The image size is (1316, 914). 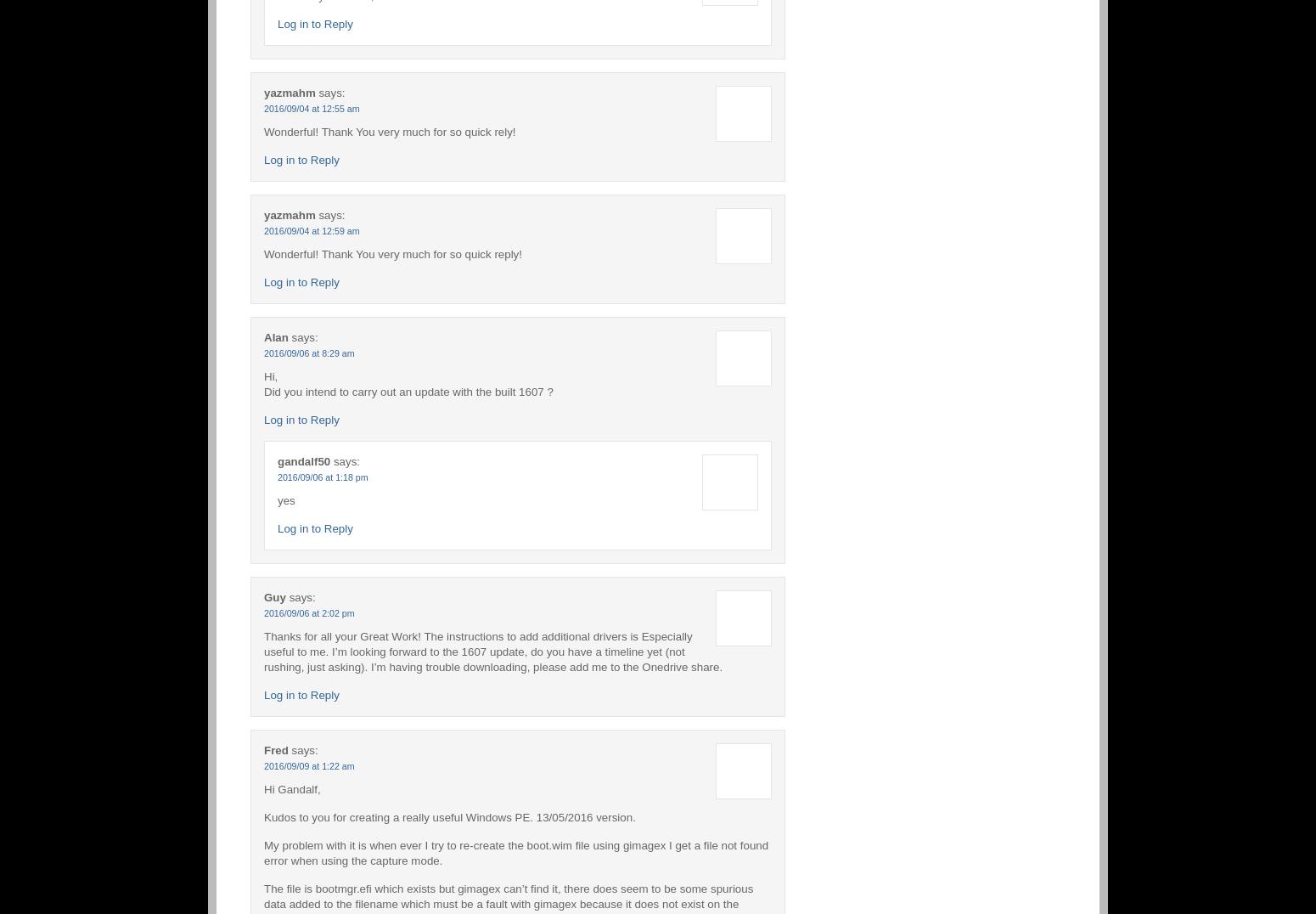 What do you see at coordinates (322, 476) in the screenshot?
I see `'2016/09/06 at 1:18 pm'` at bounding box center [322, 476].